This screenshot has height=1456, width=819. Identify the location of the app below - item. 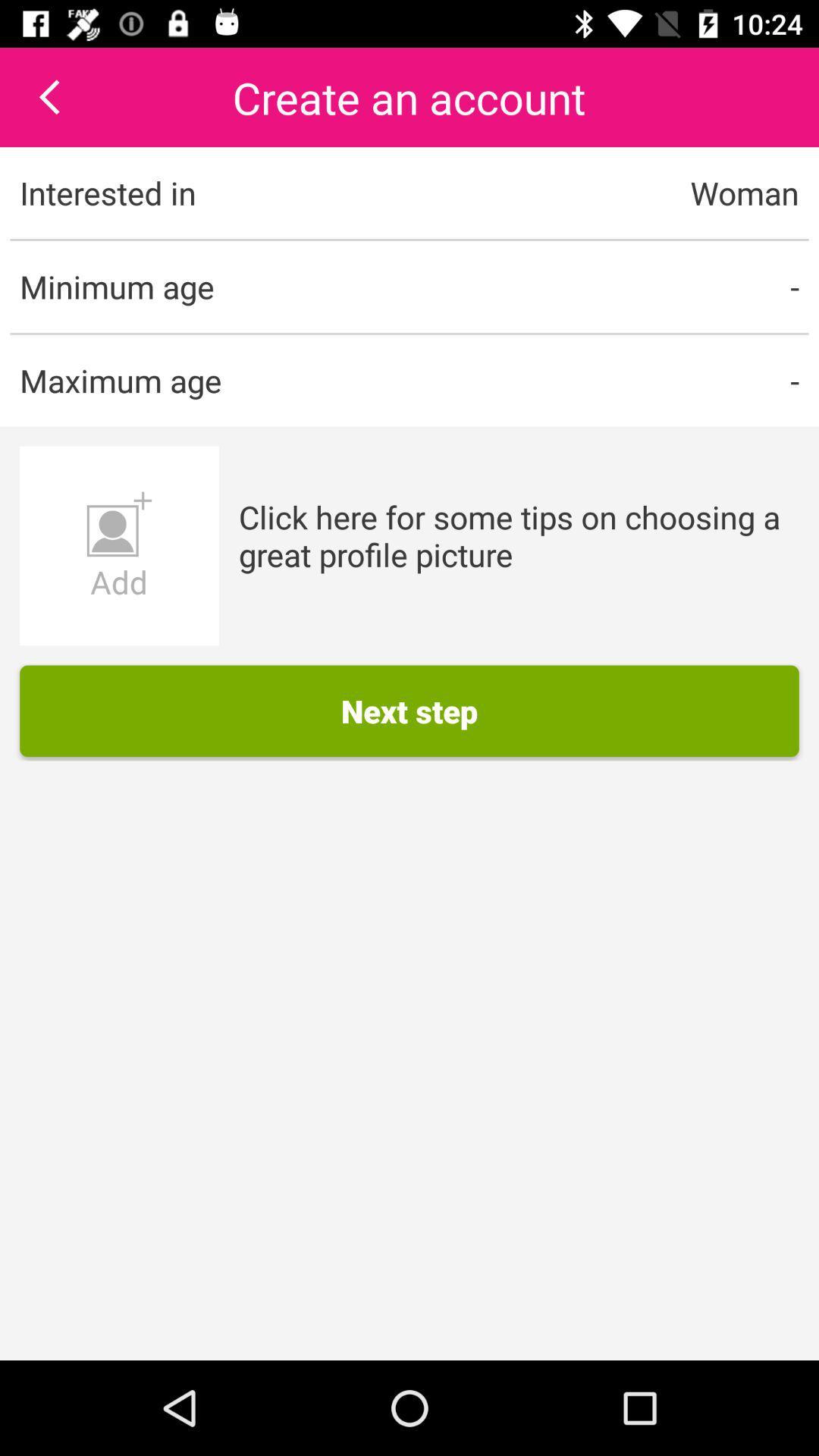
(518, 535).